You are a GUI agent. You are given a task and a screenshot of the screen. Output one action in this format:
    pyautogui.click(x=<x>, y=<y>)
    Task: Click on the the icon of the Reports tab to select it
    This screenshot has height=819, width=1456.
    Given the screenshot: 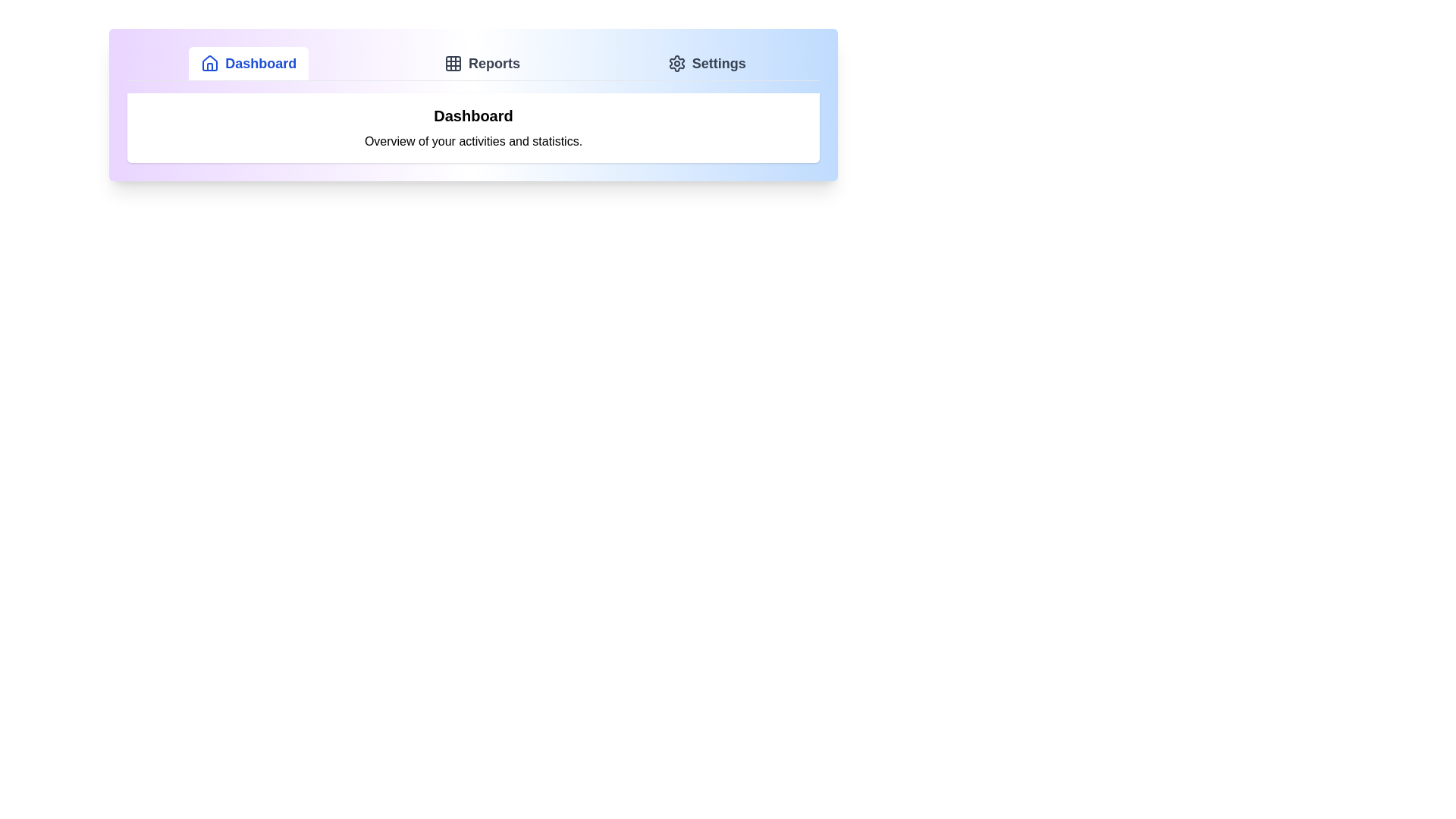 What is the action you would take?
    pyautogui.click(x=452, y=63)
    